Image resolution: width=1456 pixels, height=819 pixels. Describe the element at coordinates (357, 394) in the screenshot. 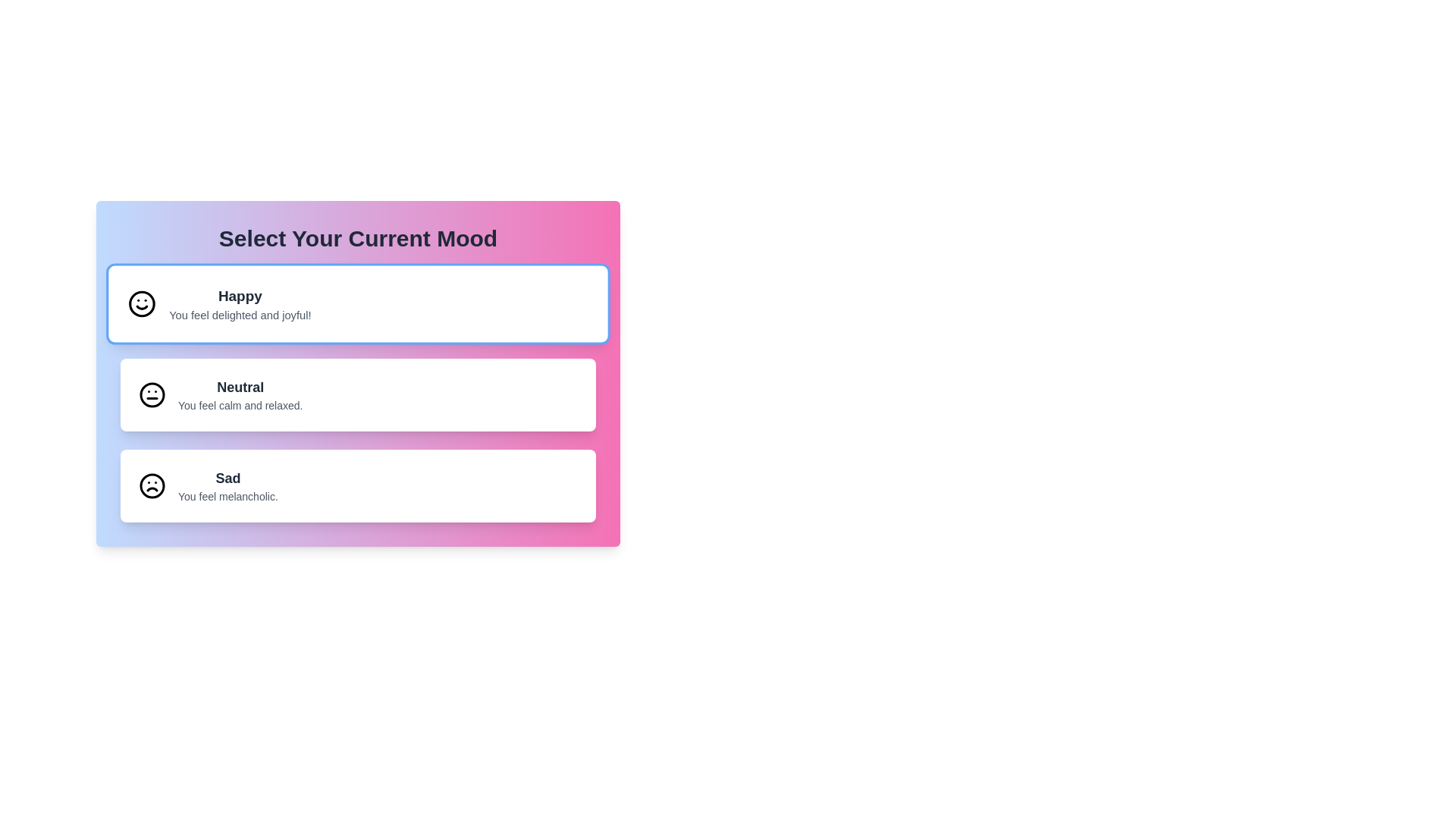

I see `the 'Neutral' mood button to observe visual feedback, which is centrally located between the 'Happy' and 'Sad' buttons in a vertical arrangement` at that location.